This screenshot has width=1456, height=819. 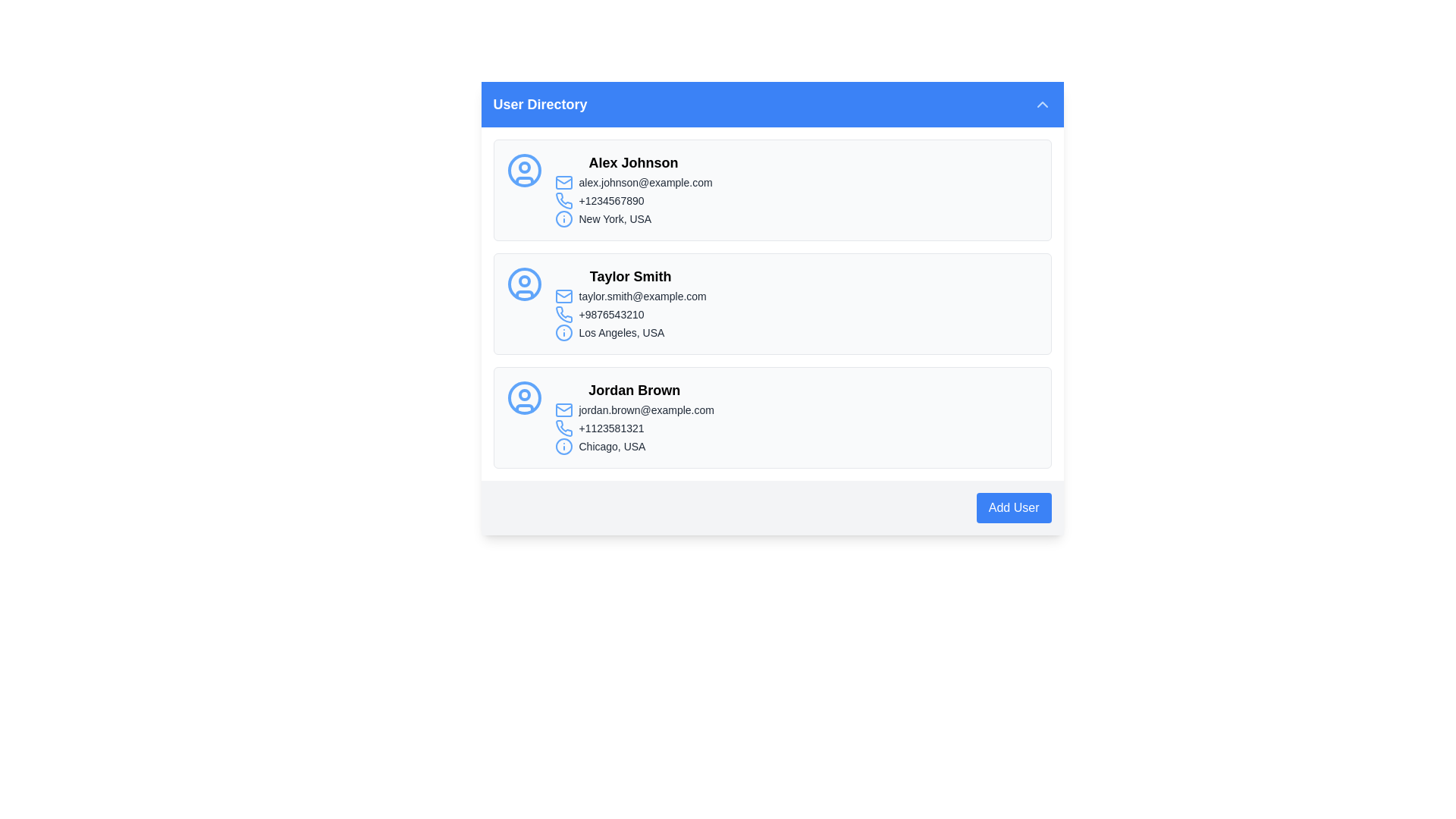 I want to click on the email envelope icon associated with the contact information for 'Taylor Smith', so click(x=563, y=296).